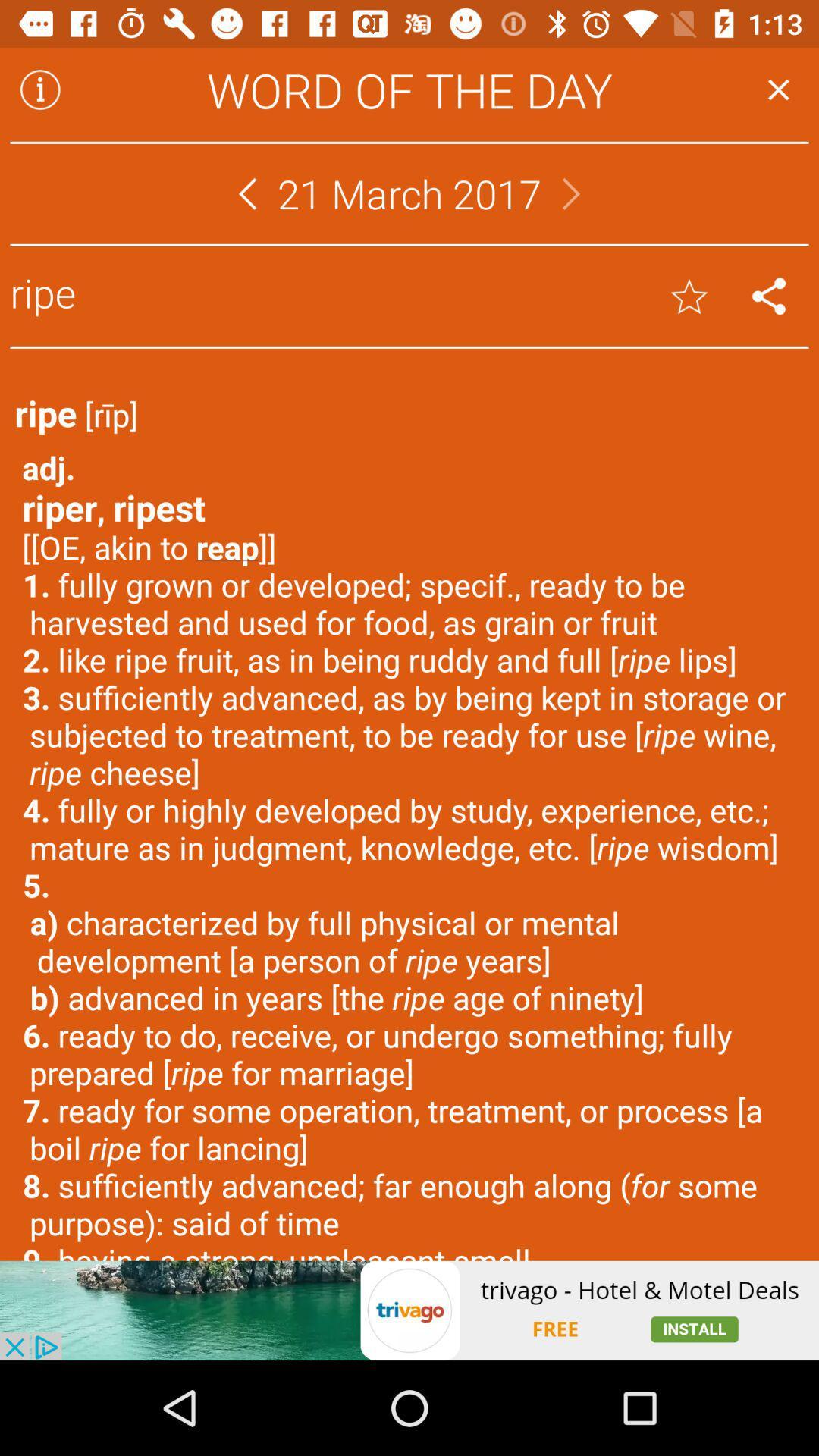 The width and height of the screenshot is (819, 1456). I want to click on next user, so click(571, 193).